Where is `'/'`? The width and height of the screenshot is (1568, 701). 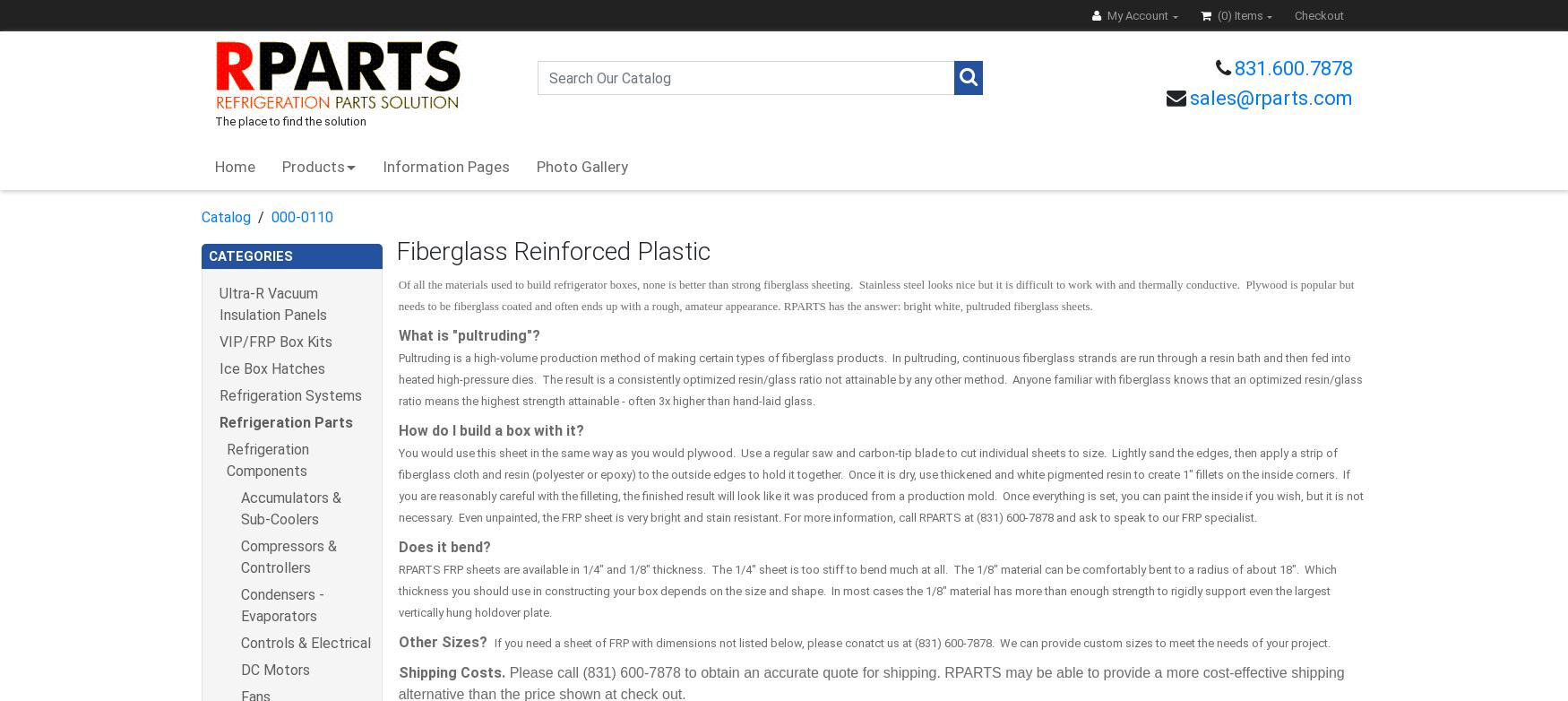 '/' is located at coordinates (250, 215).